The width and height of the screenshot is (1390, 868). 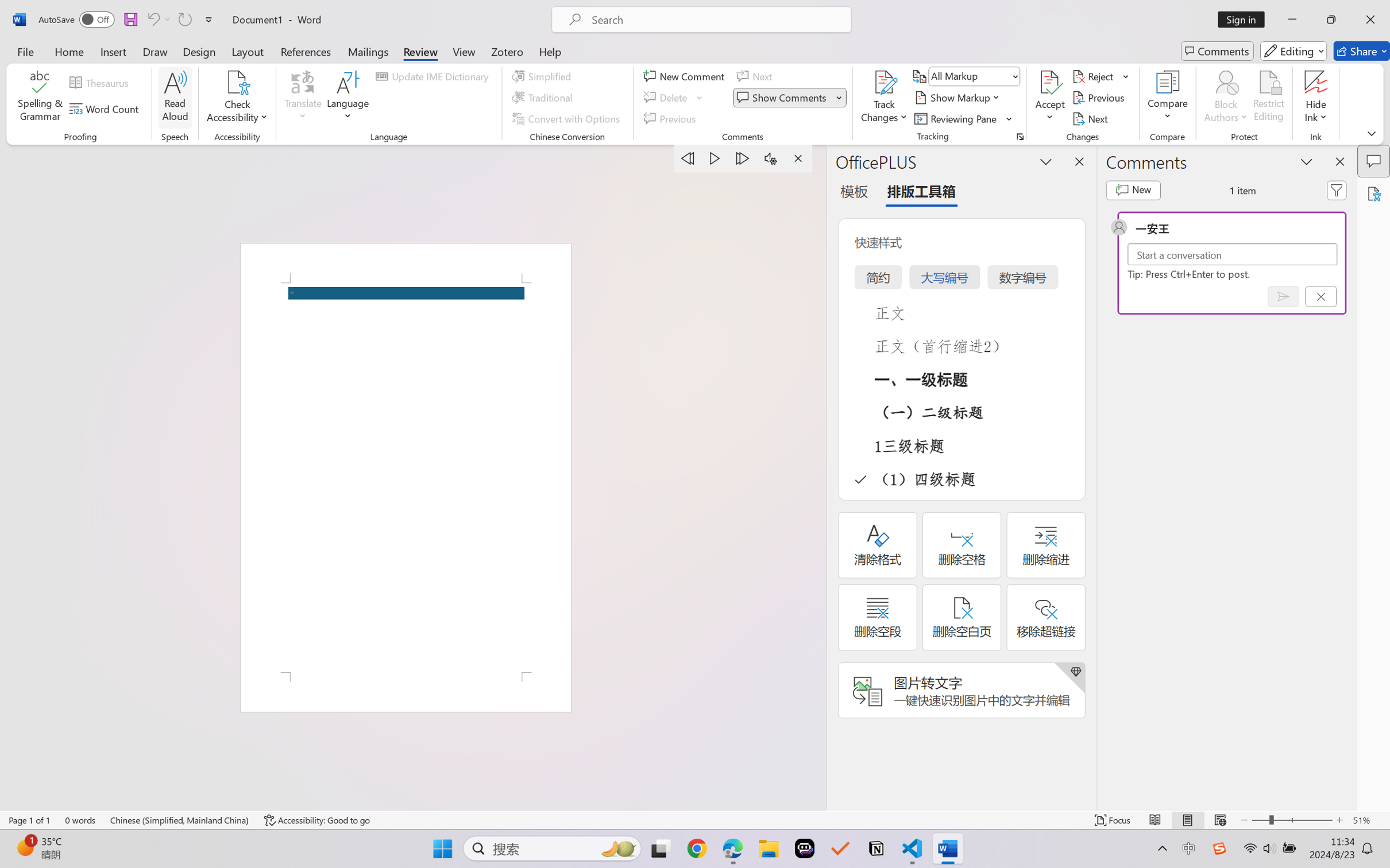 I want to click on 'Undo Apply Quick Style Set', so click(x=157, y=19).